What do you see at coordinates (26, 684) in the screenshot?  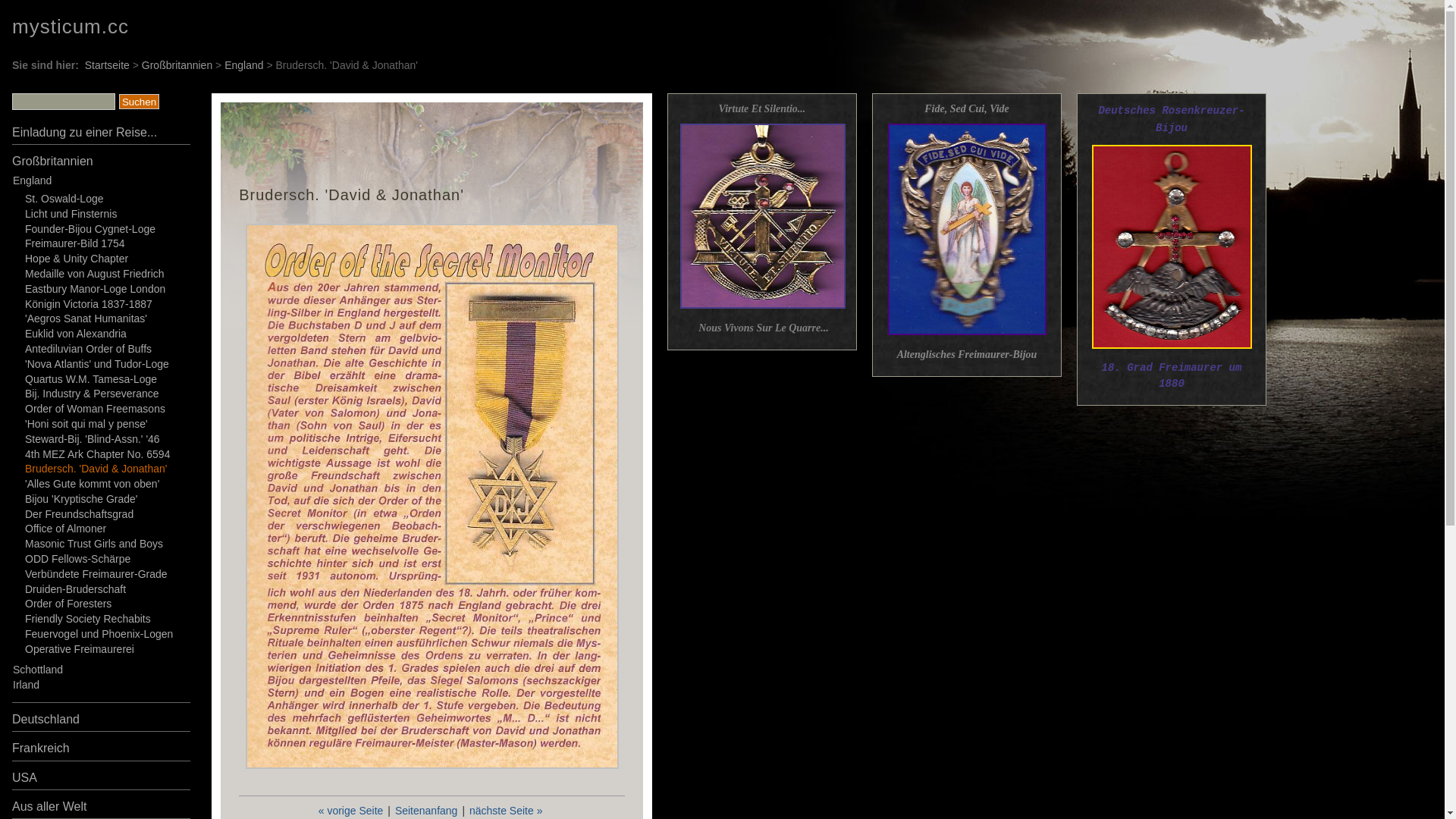 I see `'Irland'` at bounding box center [26, 684].